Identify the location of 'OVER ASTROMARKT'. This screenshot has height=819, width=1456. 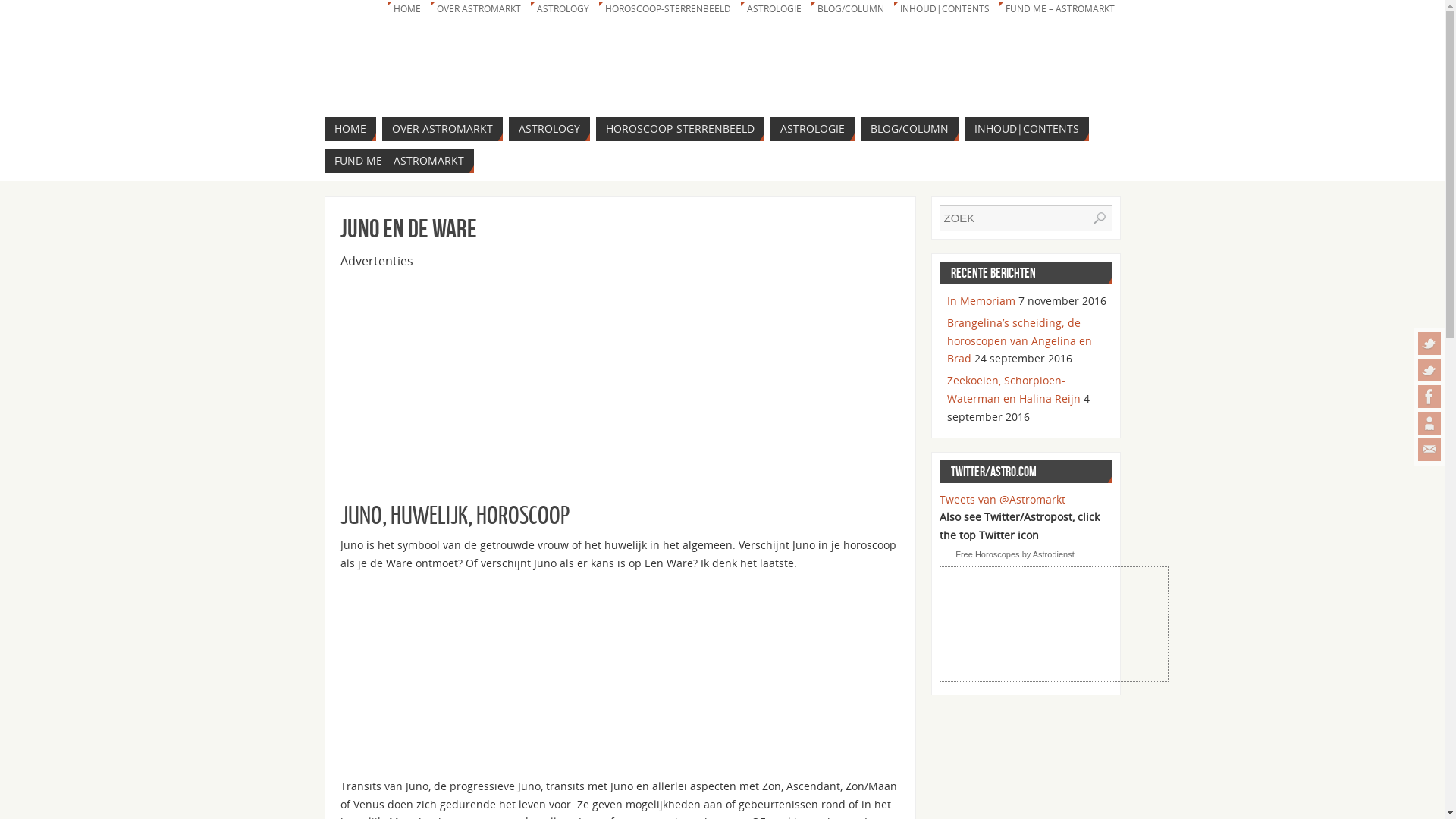
(441, 127).